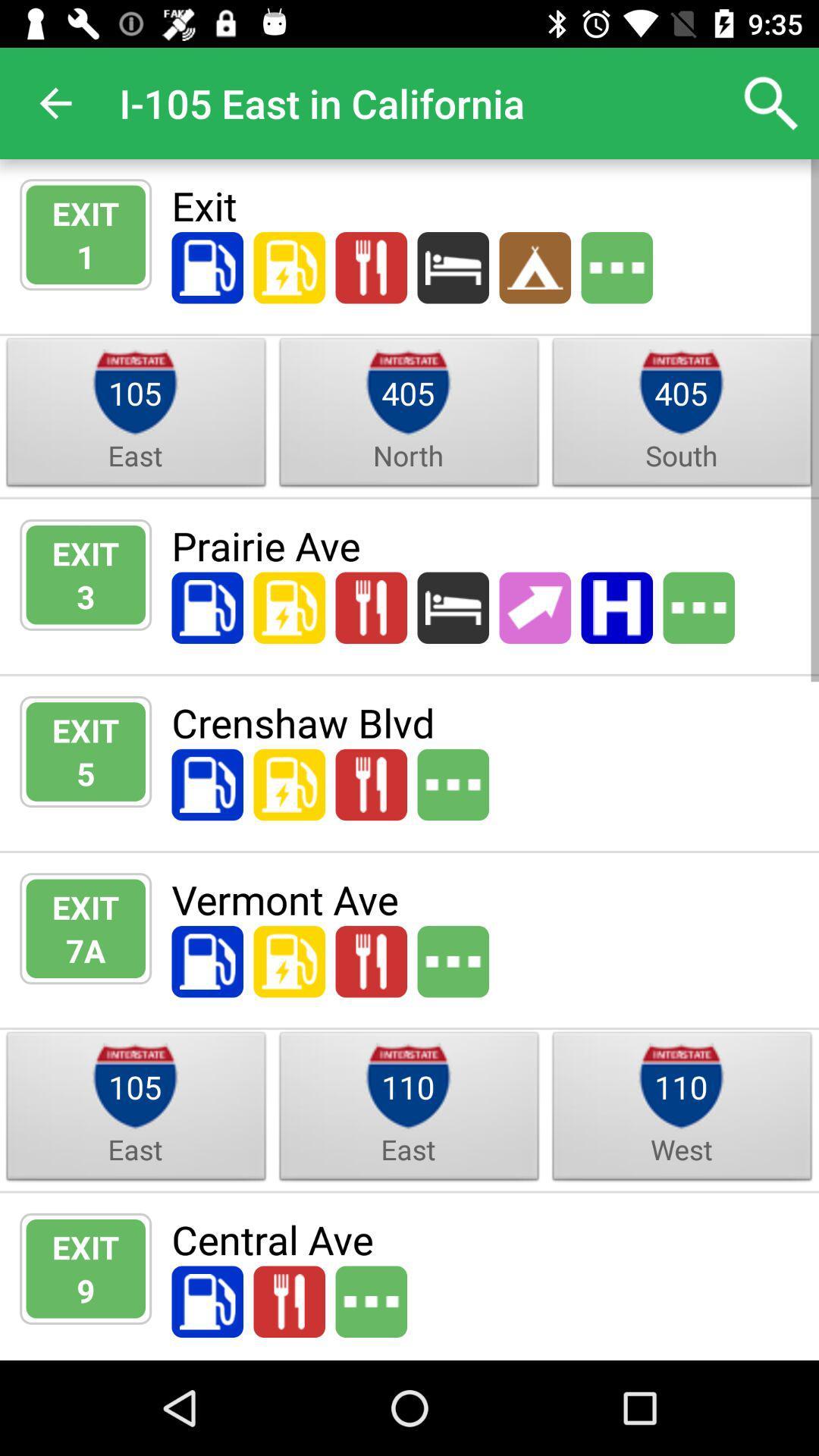 This screenshot has height=1456, width=819. What do you see at coordinates (86, 773) in the screenshot?
I see `icon to the left of crenshaw blvd item` at bounding box center [86, 773].